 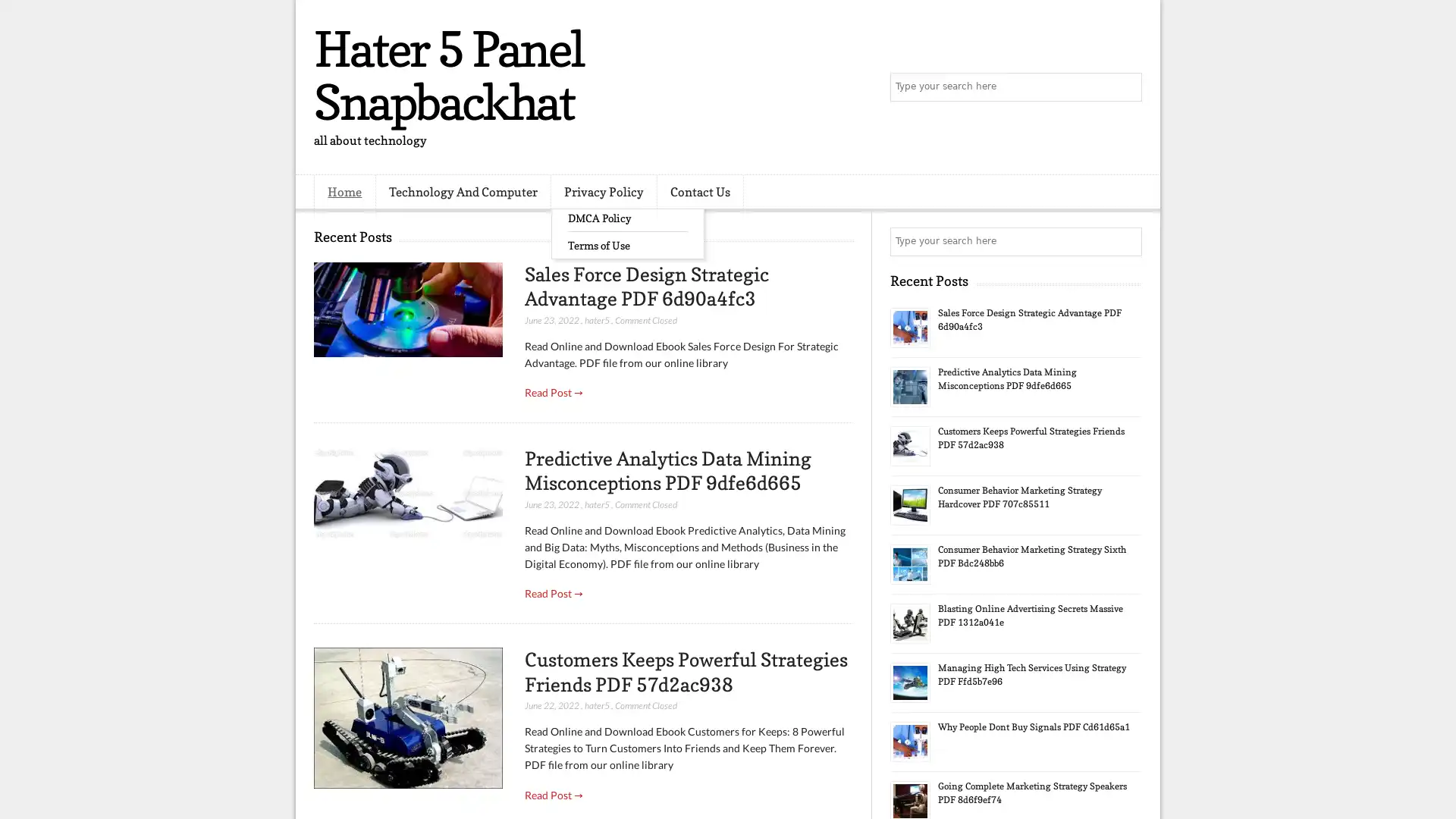 I want to click on Search, so click(x=1126, y=241).